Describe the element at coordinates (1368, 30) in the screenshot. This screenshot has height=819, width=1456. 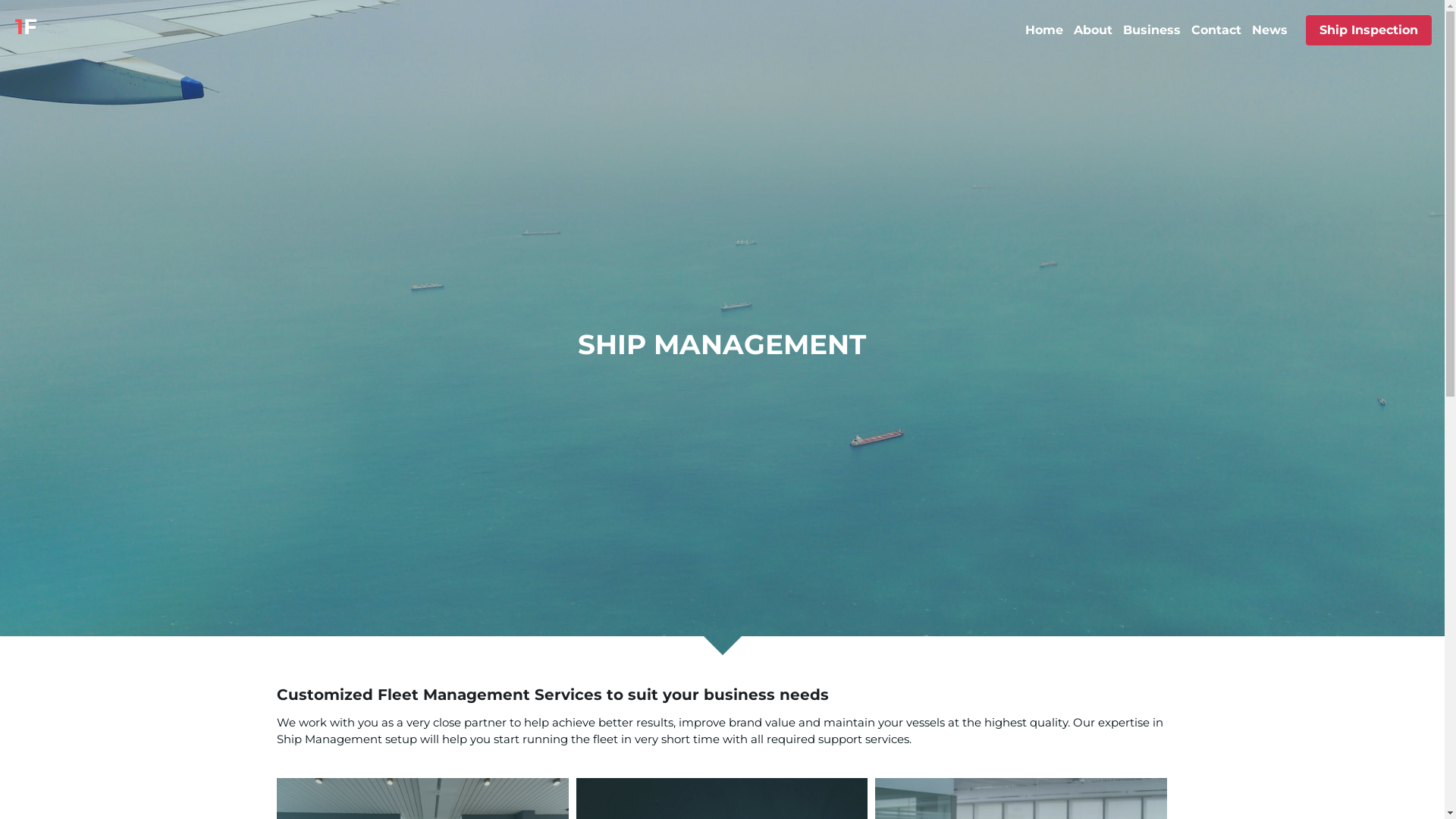
I see `'Ship Inspection'` at that location.